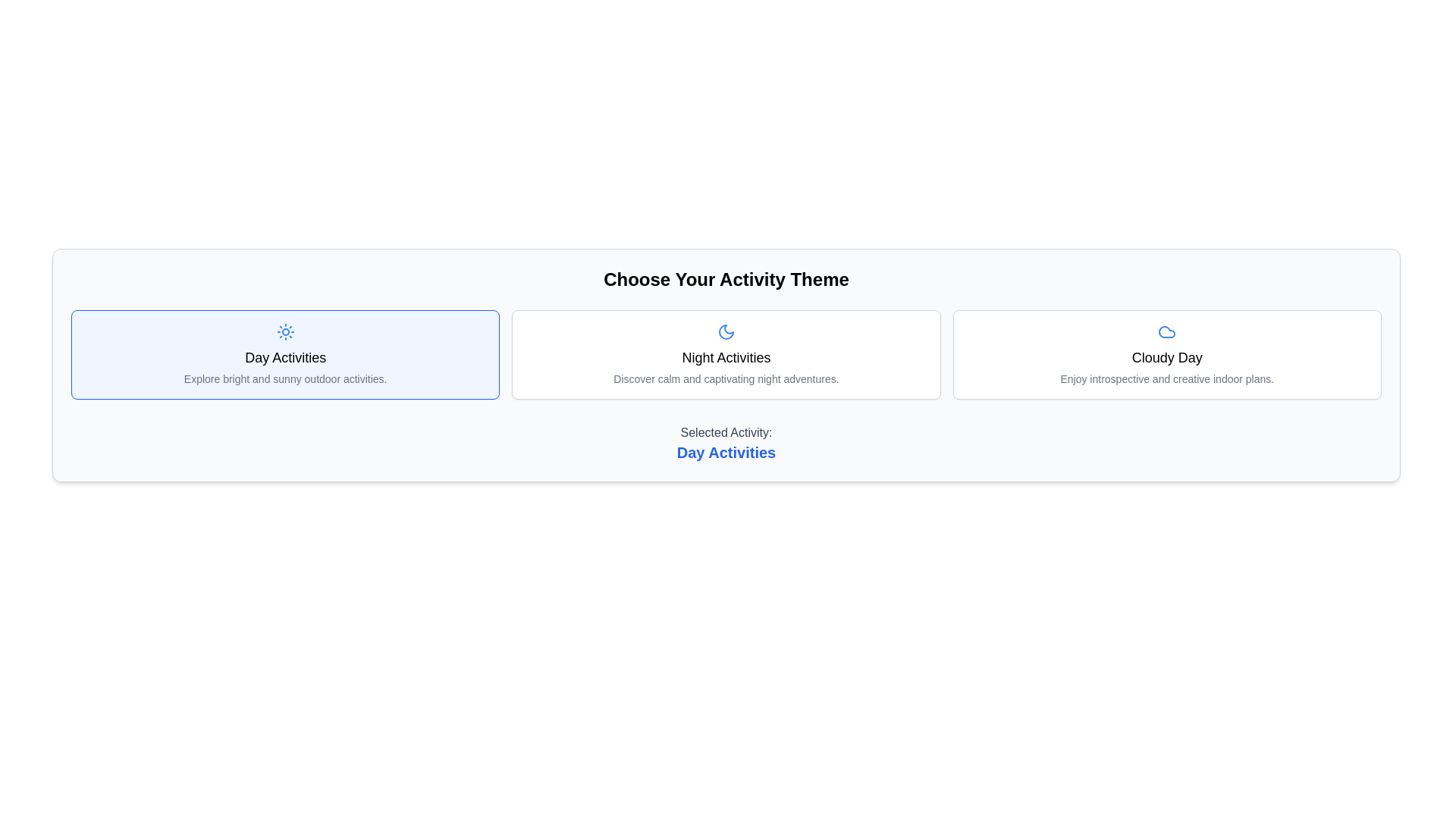  Describe the element at coordinates (726, 432) in the screenshot. I see `the text label that displays 'Selected Activity:' in gray font, positioned beneath the 'Choose Your Activity Theme' section and above the 'Day Activities' text` at that location.